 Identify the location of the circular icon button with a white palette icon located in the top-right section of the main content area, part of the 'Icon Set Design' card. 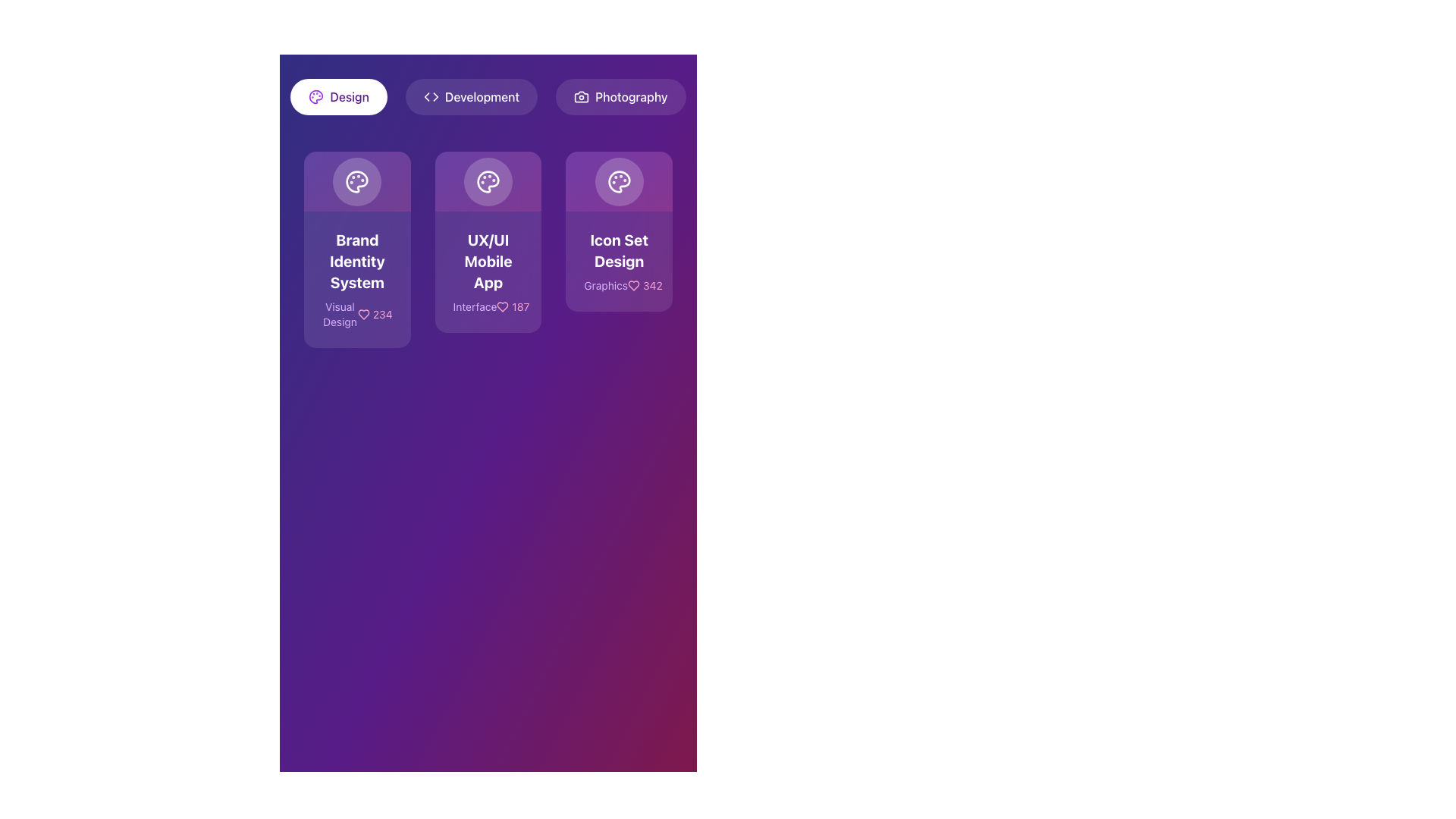
(619, 180).